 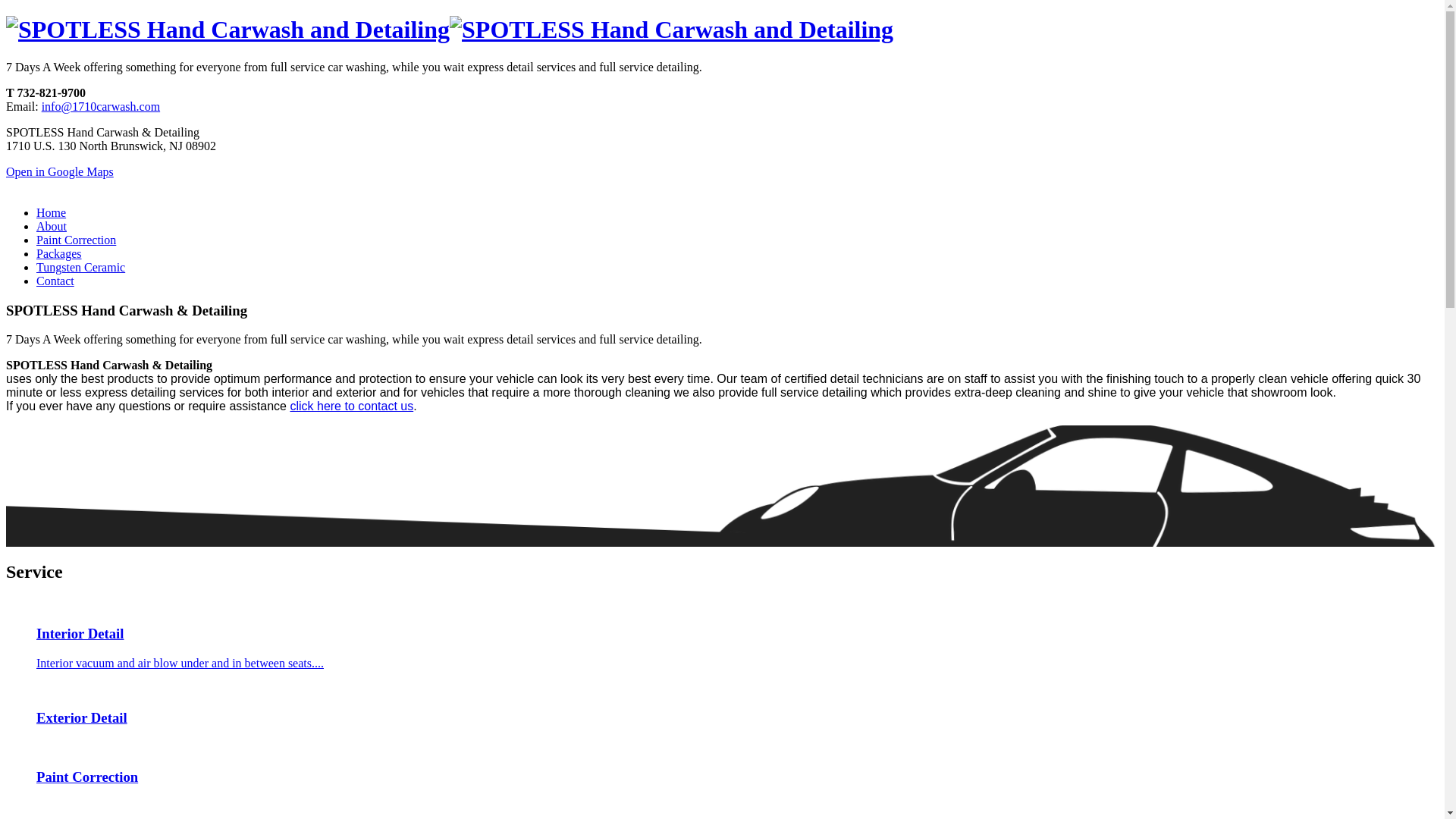 I want to click on 'About', so click(x=36, y=226).